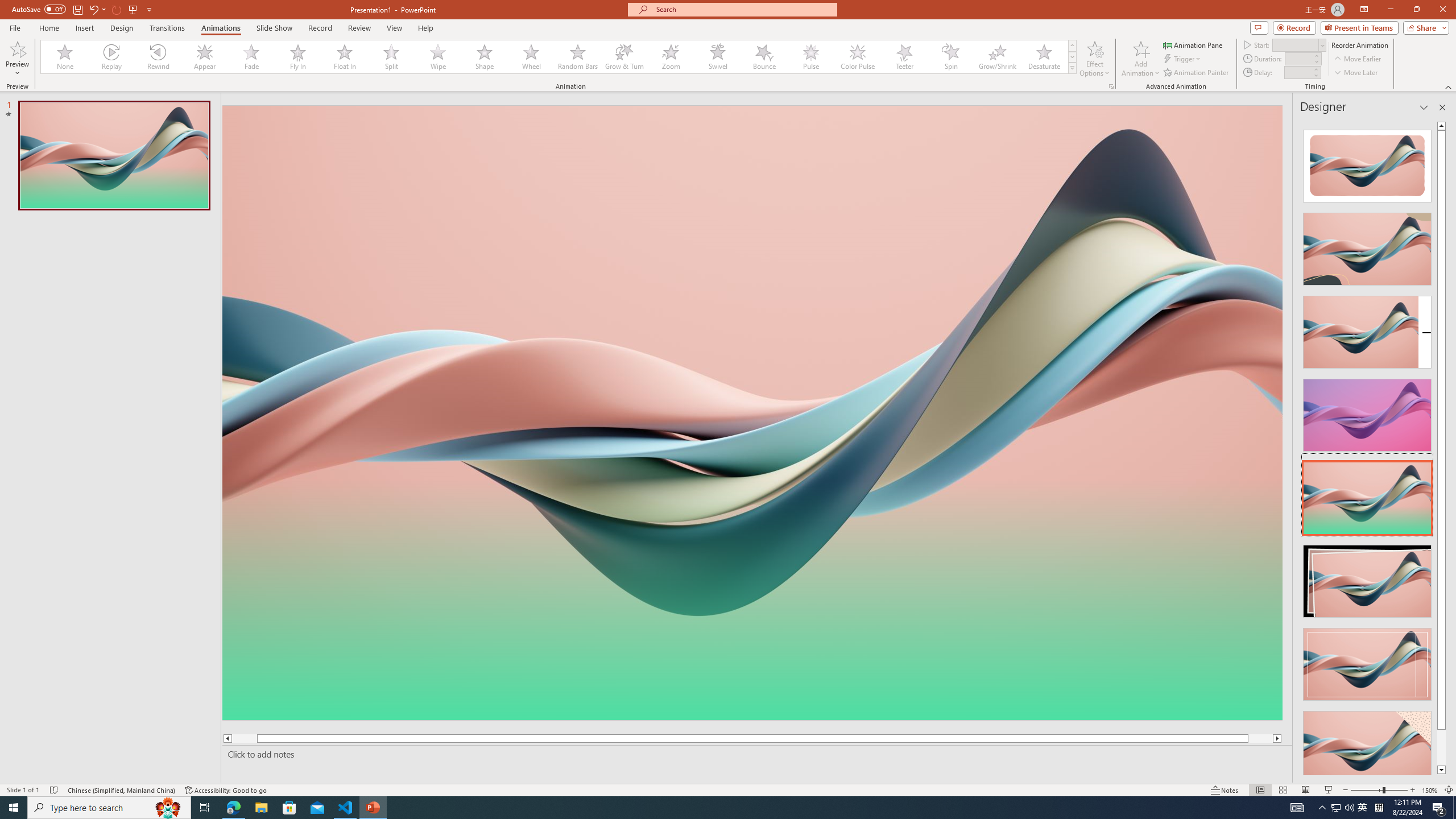  I want to click on 'Reading View', so click(1305, 790).